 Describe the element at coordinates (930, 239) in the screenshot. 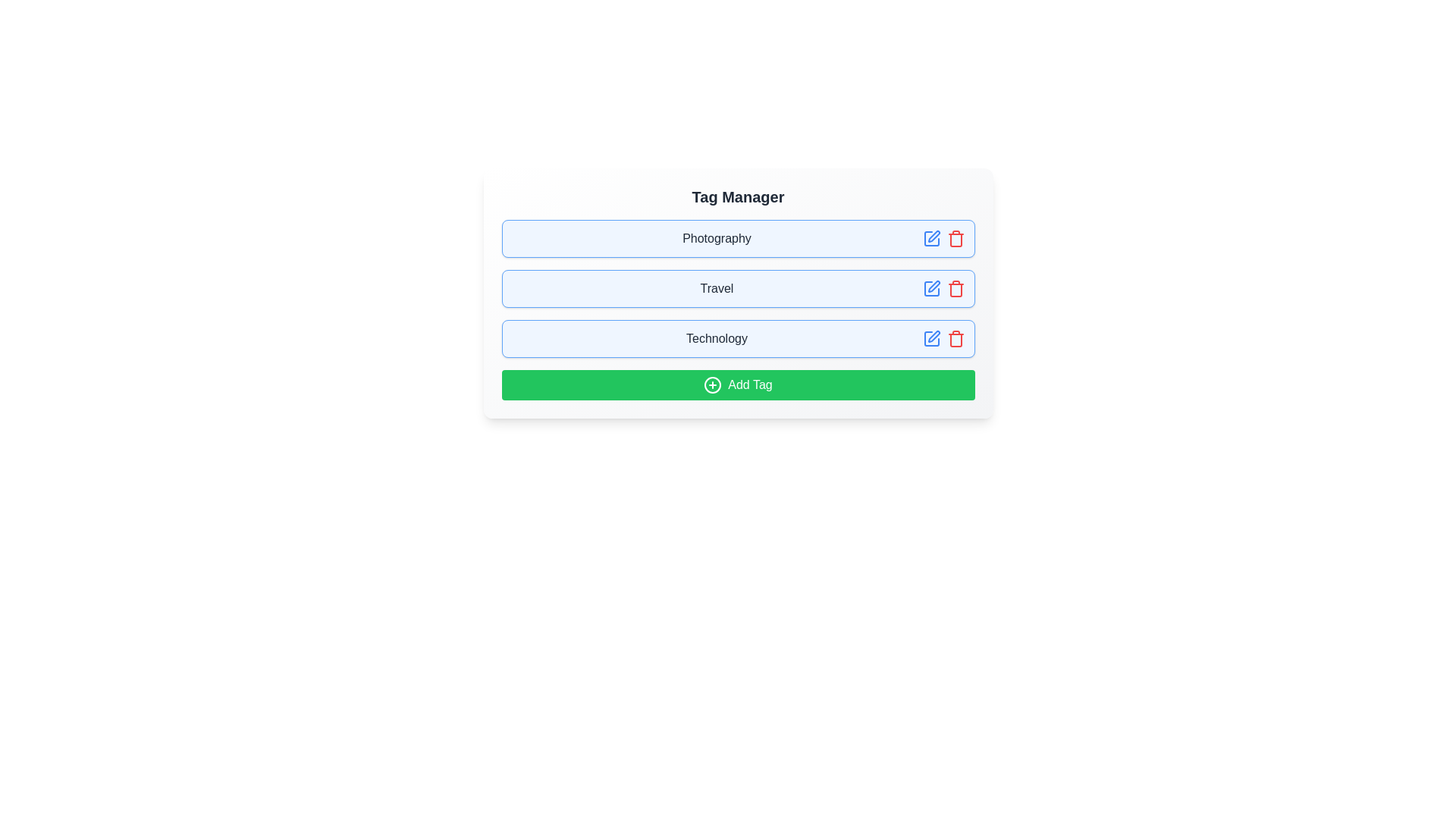

I see `edit icon for the tag labeled Photography` at that location.